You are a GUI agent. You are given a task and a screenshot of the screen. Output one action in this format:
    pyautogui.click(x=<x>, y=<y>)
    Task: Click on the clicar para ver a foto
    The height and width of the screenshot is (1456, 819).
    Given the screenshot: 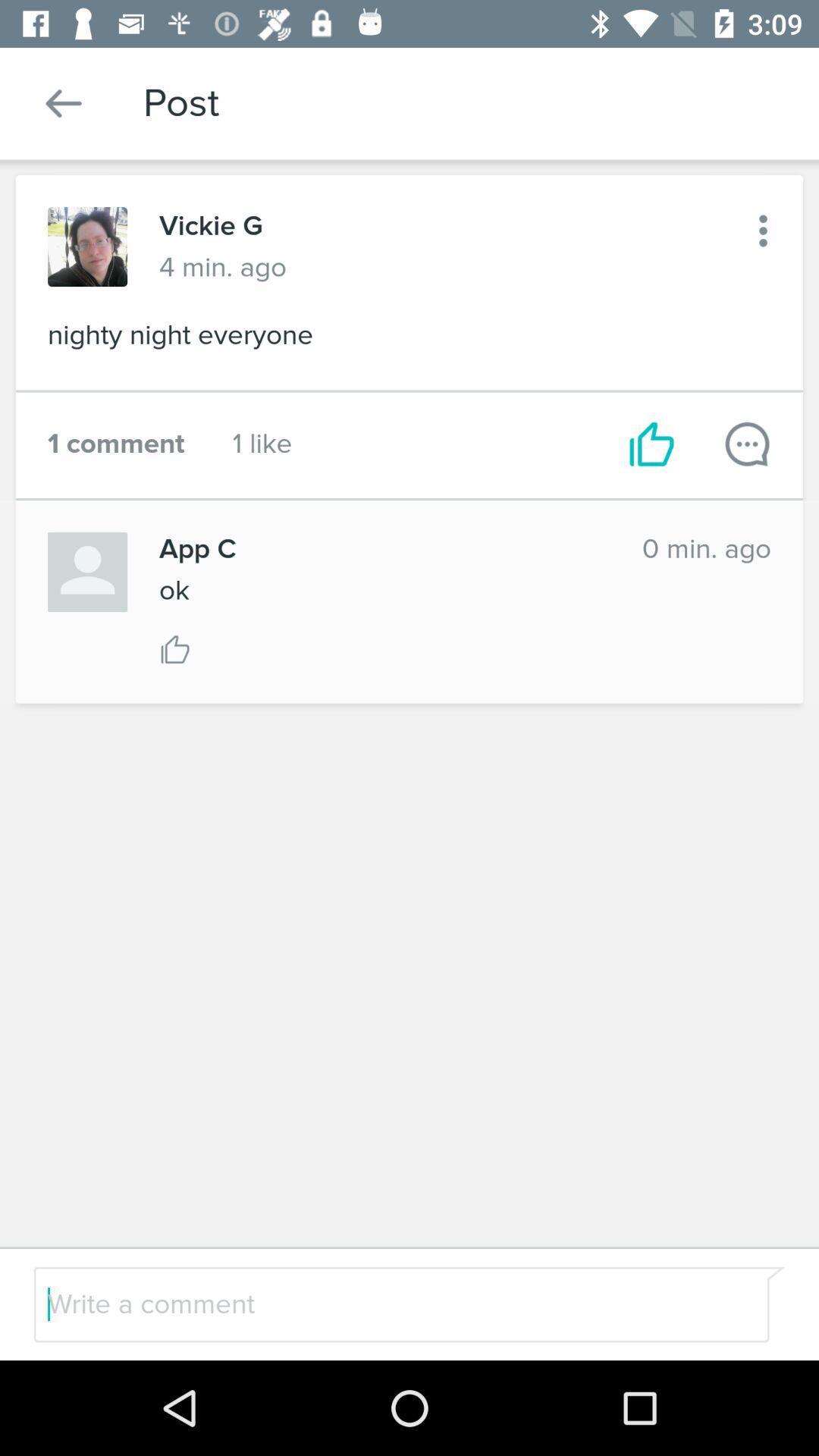 What is the action you would take?
    pyautogui.click(x=87, y=246)
    